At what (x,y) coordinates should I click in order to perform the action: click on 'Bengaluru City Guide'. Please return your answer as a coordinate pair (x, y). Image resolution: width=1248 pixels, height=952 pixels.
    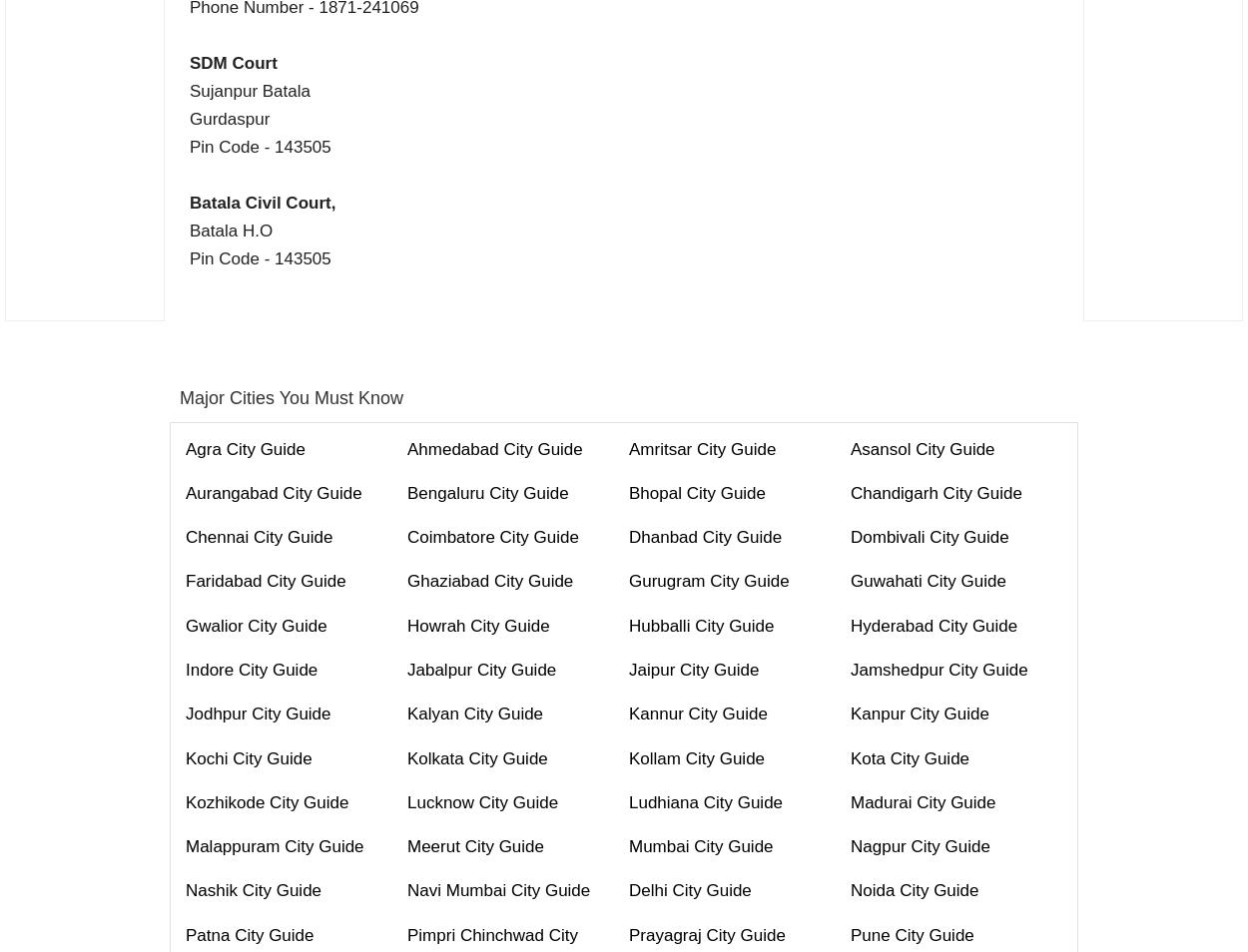
    Looking at the image, I should click on (486, 491).